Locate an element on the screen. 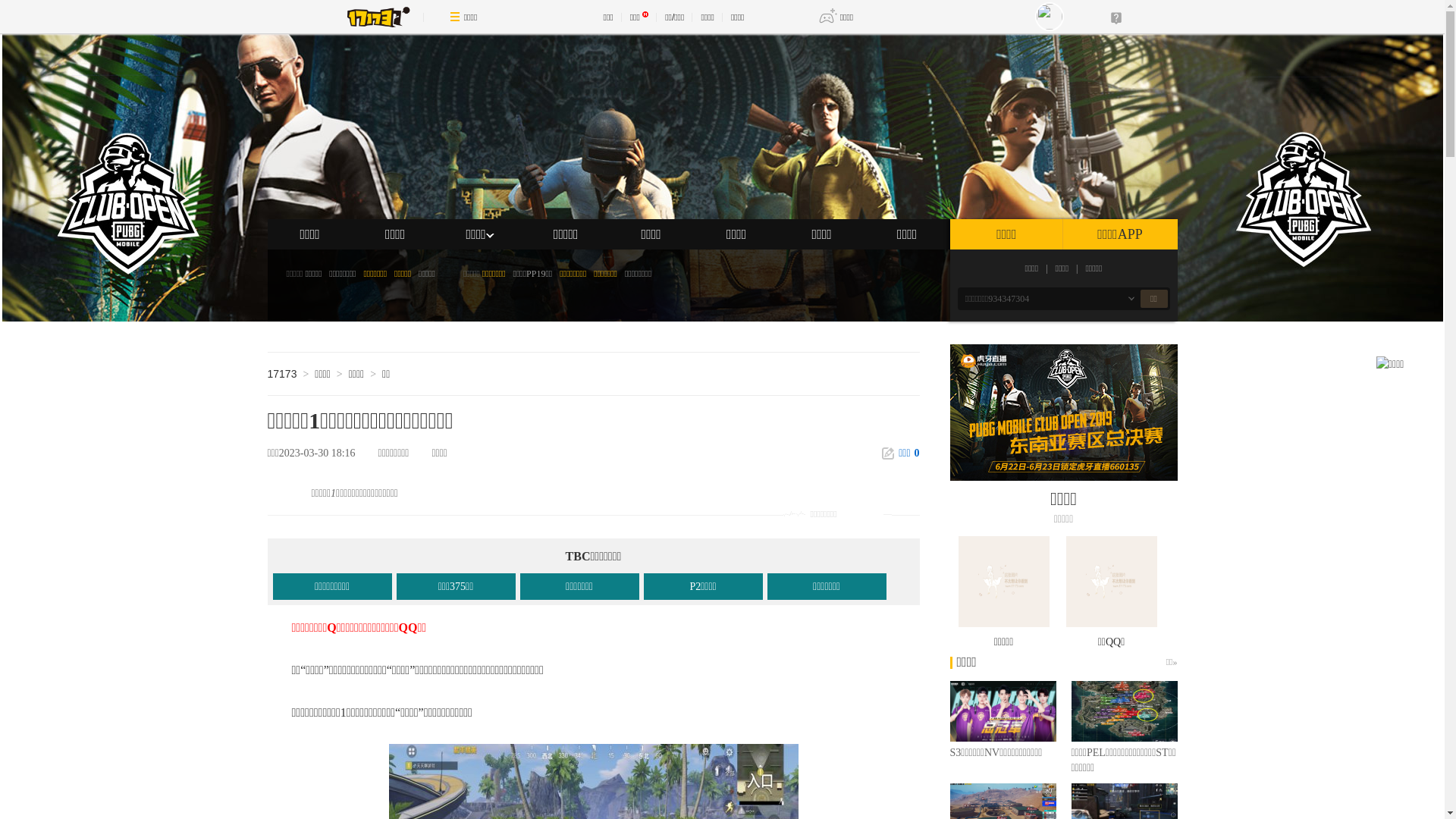 This screenshot has height=819, width=1456. '17173' is located at coordinates (281, 374).